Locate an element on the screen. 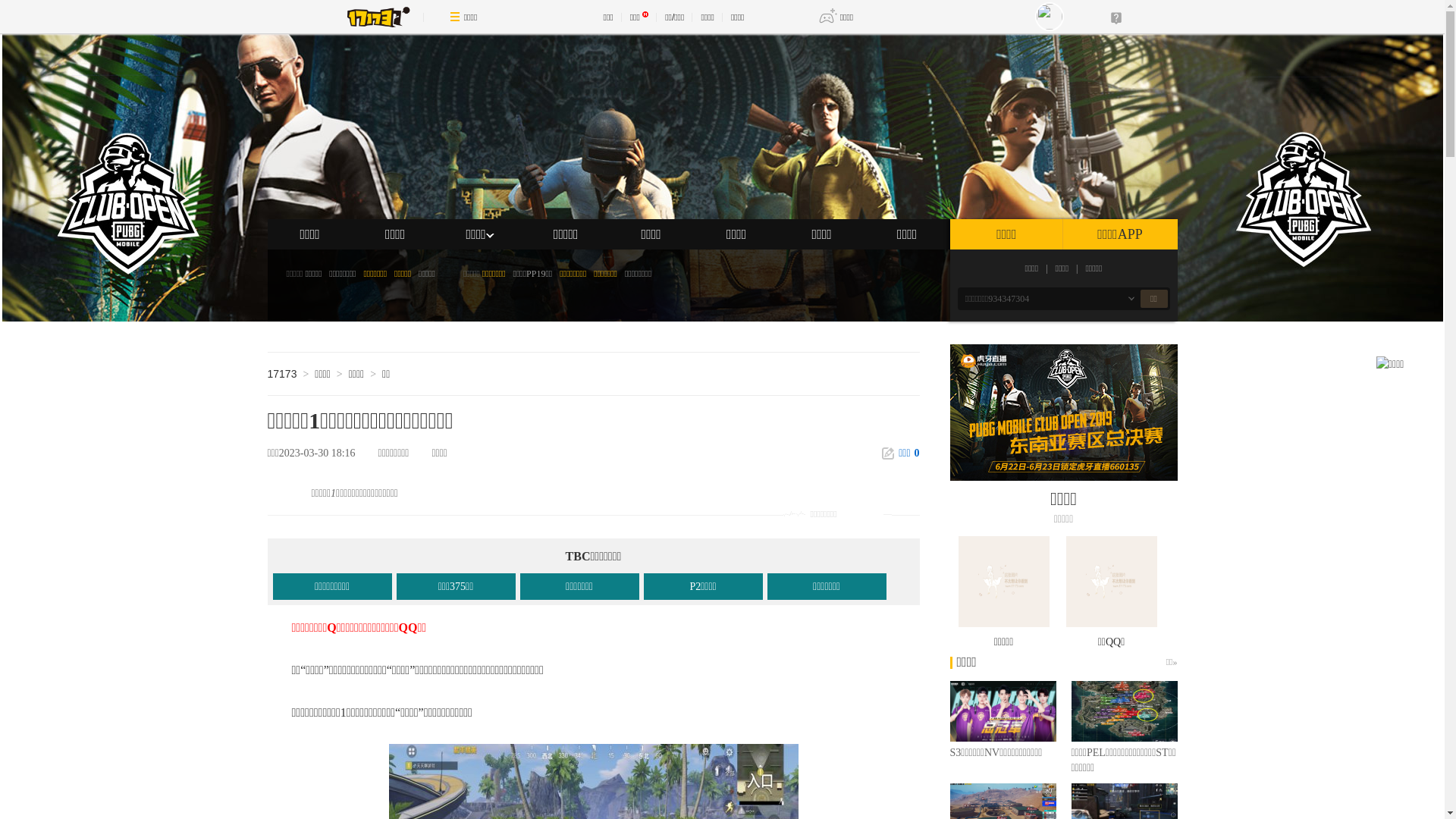 This screenshot has height=819, width=1456. '17173' is located at coordinates (281, 374).